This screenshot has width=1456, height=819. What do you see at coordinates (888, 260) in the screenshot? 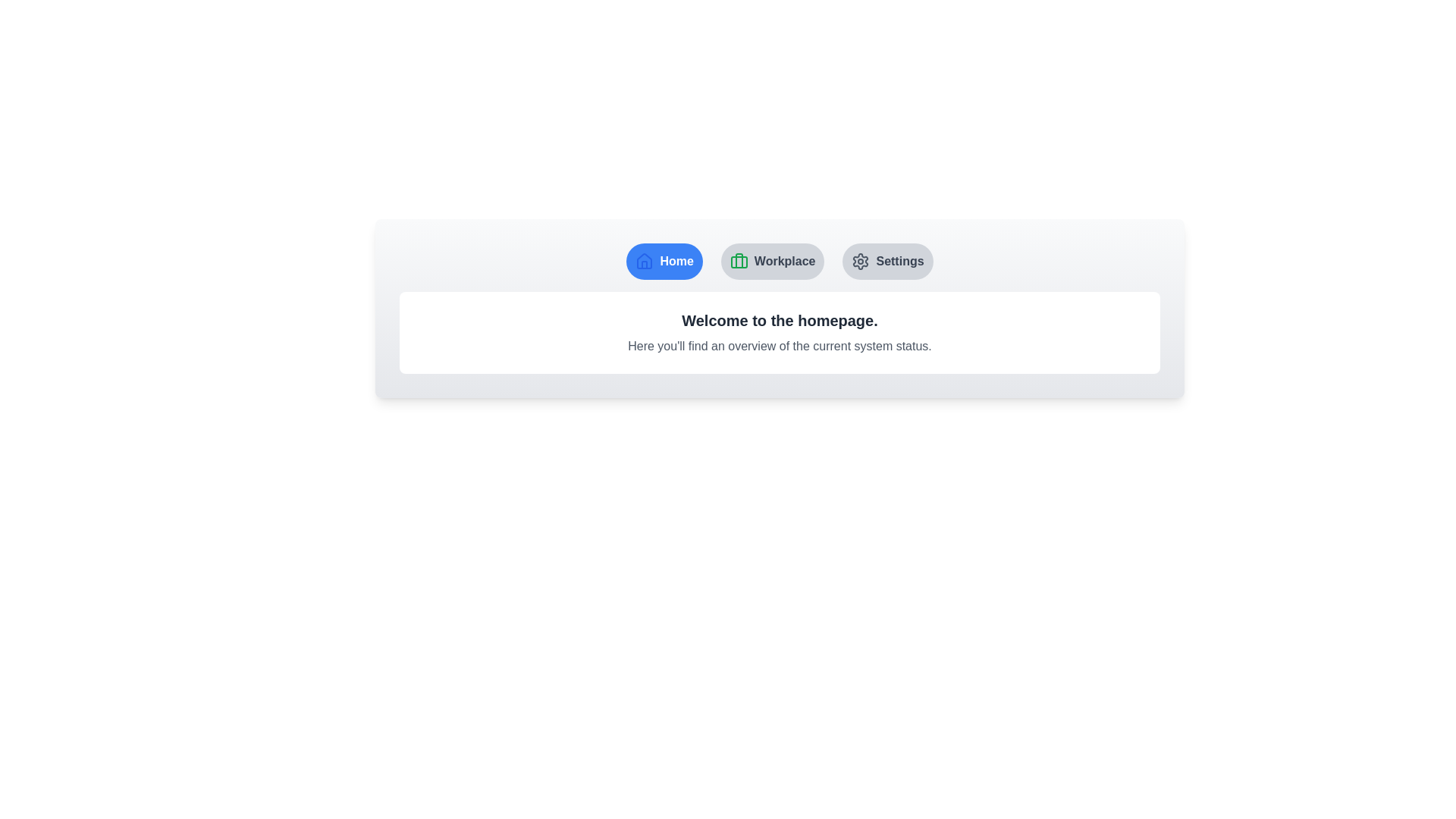
I see `the button labeled Settings to observe its hover effect` at bounding box center [888, 260].